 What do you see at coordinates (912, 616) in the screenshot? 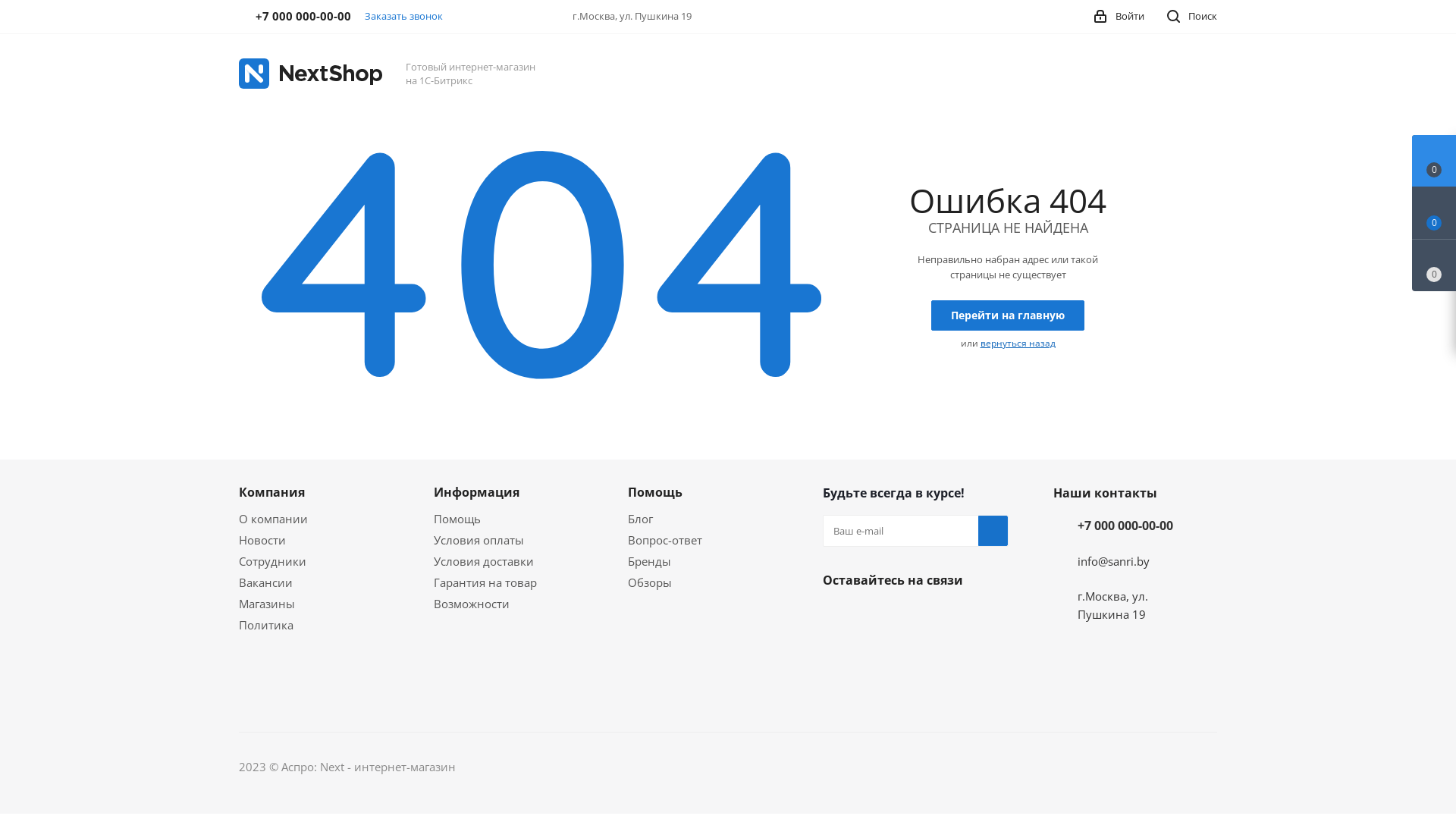
I see `'Twitter'` at bounding box center [912, 616].